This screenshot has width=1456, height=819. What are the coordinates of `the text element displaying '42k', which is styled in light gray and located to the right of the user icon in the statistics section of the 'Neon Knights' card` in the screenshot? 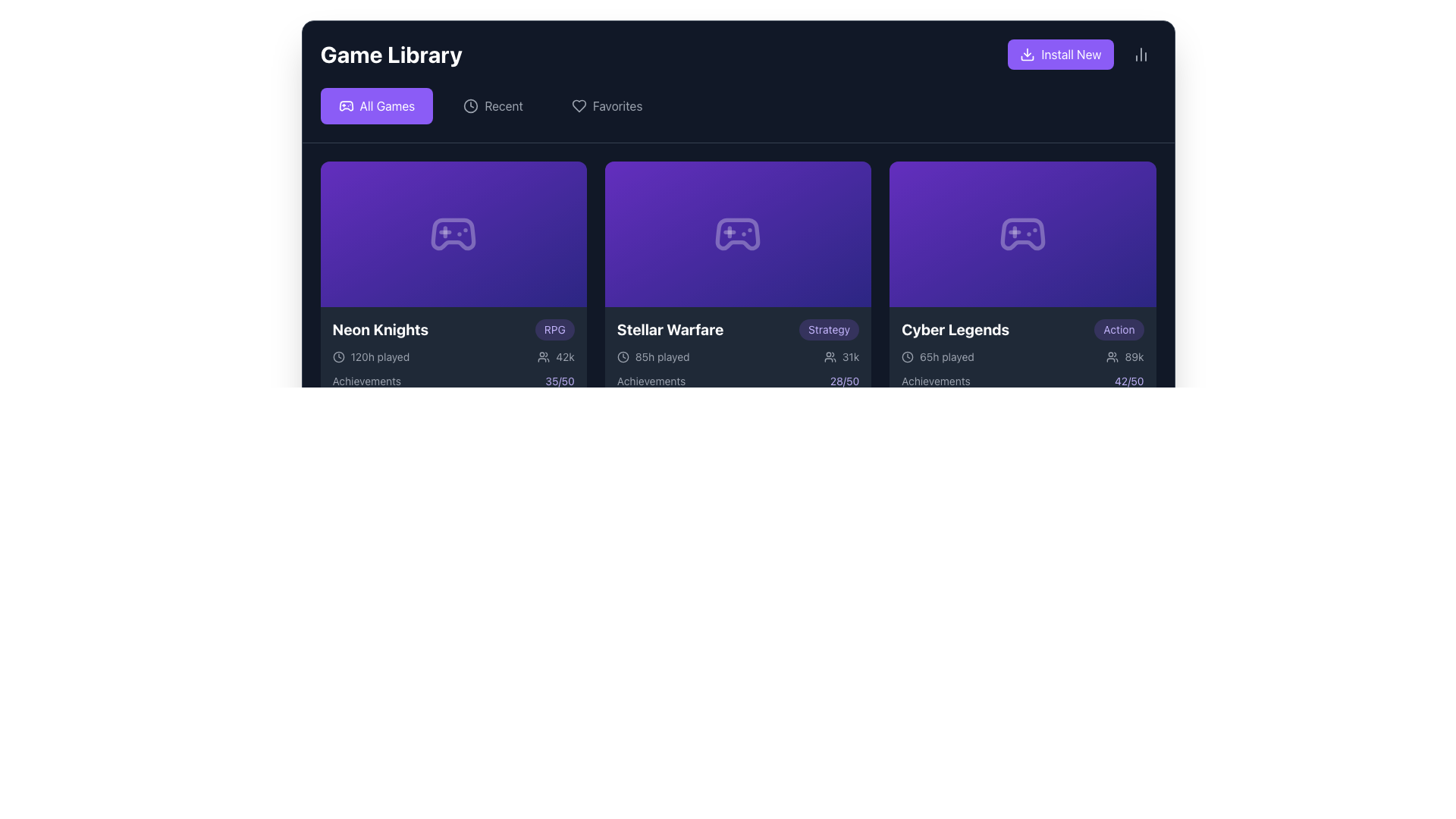 It's located at (564, 356).